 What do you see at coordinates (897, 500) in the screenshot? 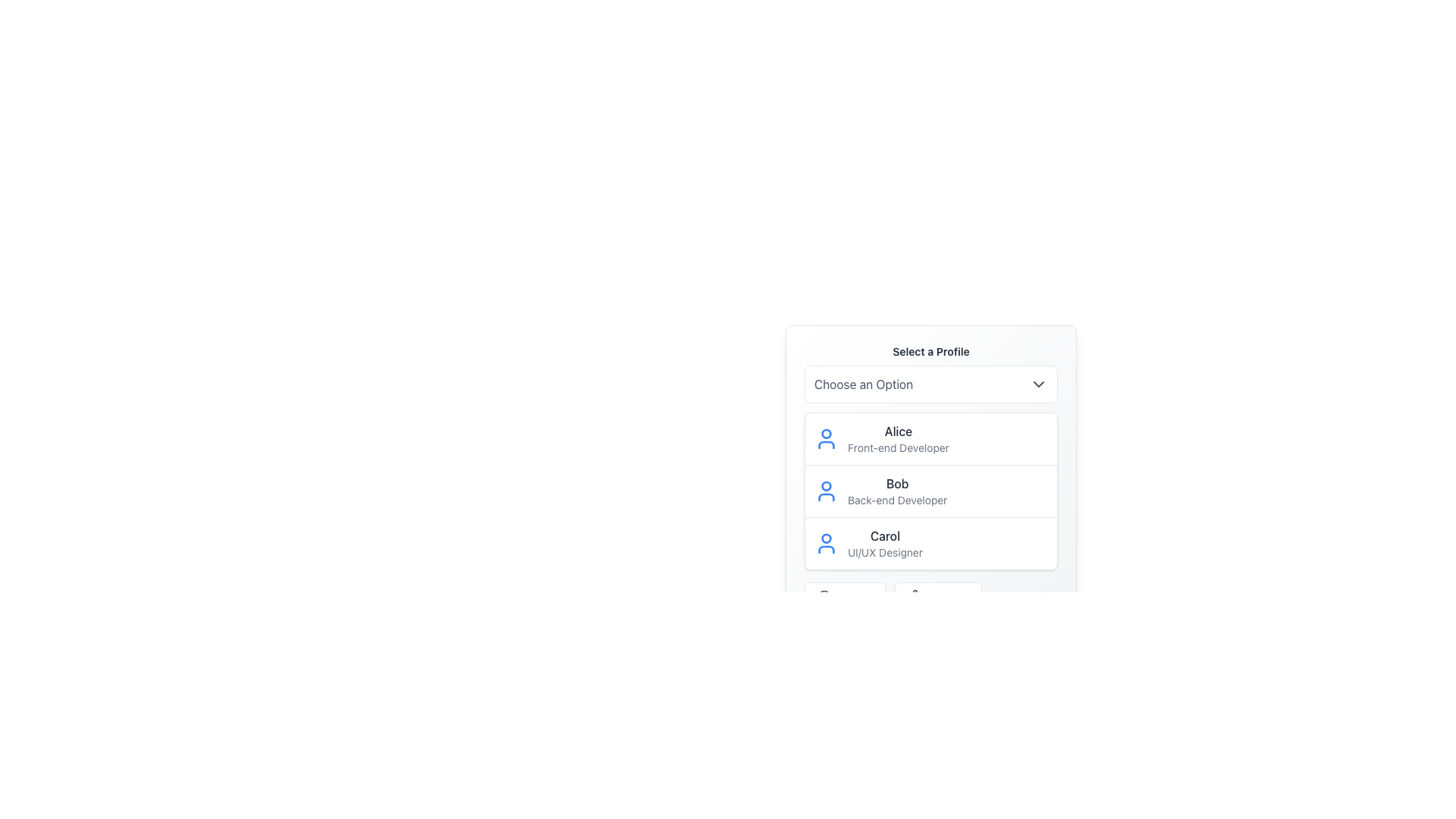
I see `job title text label 'Back-end Developer' associated with the profile 'Bob', located directly below the name 'Bob' in the second profile entry of the selection list` at bounding box center [897, 500].